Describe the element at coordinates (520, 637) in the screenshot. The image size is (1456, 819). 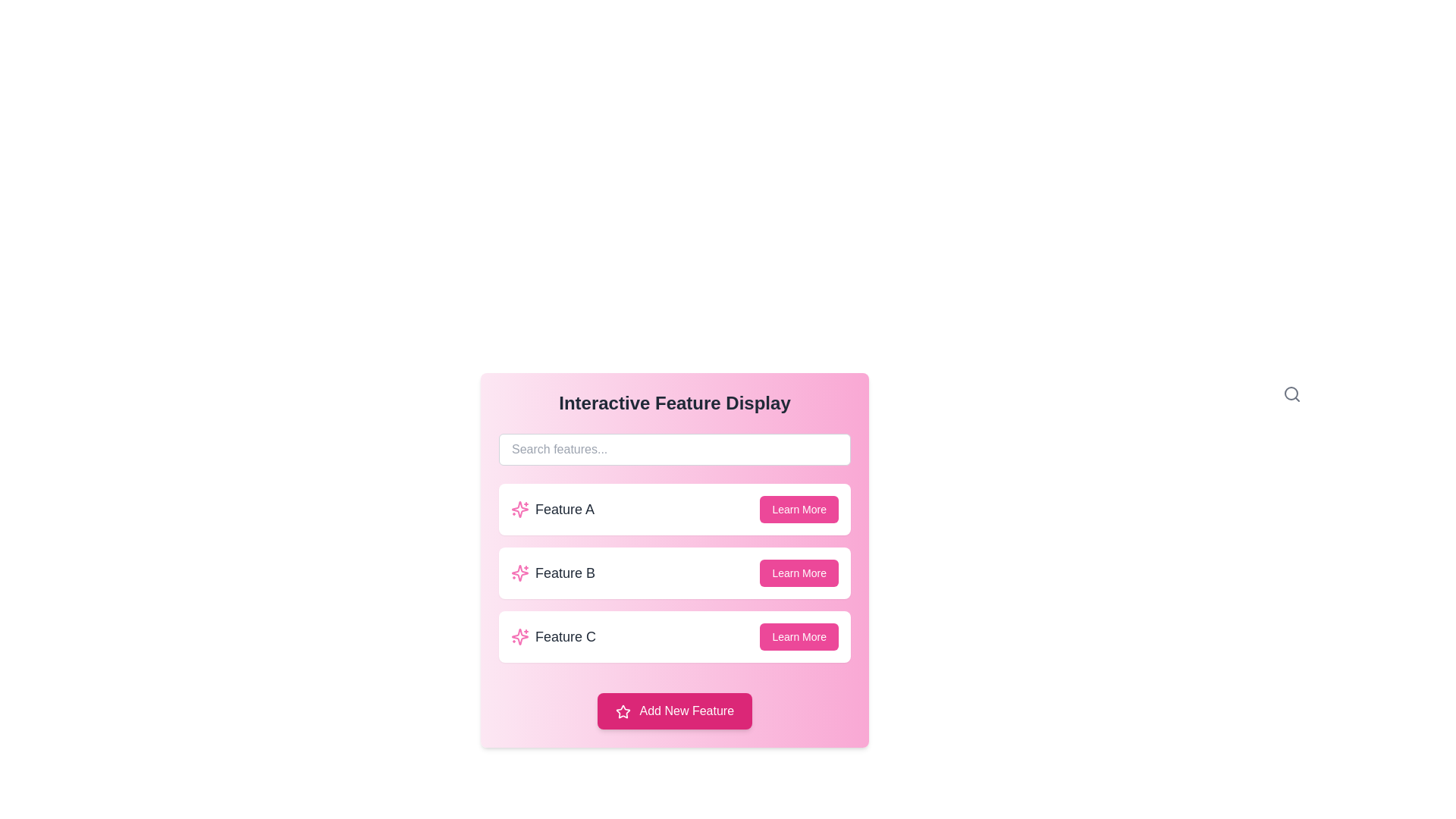
I see `the pink star-shaped icon with sparkles, which is located to the left of the text 'Feature C'` at that location.